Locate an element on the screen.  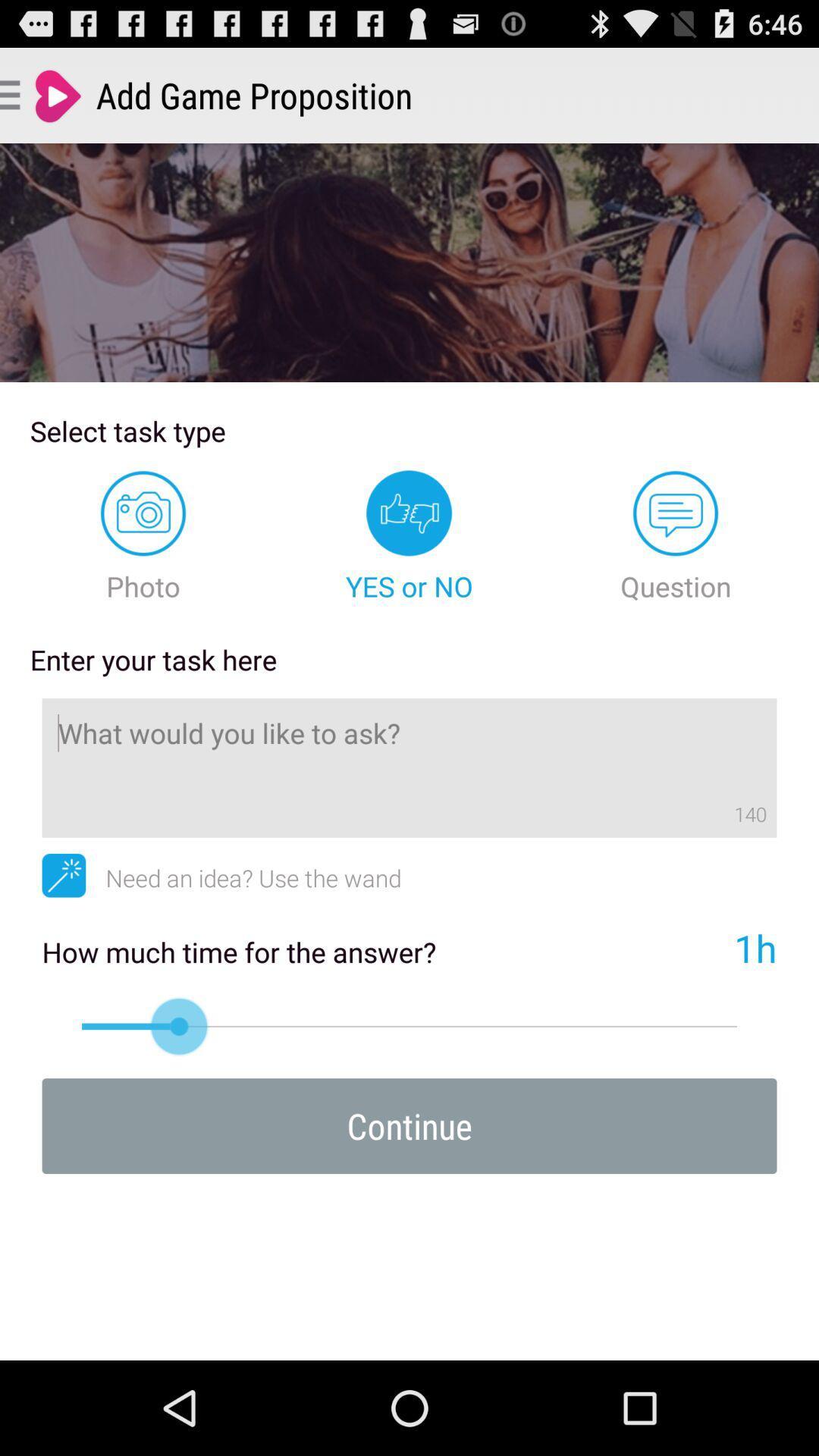
typing is located at coordinates (409, 767).